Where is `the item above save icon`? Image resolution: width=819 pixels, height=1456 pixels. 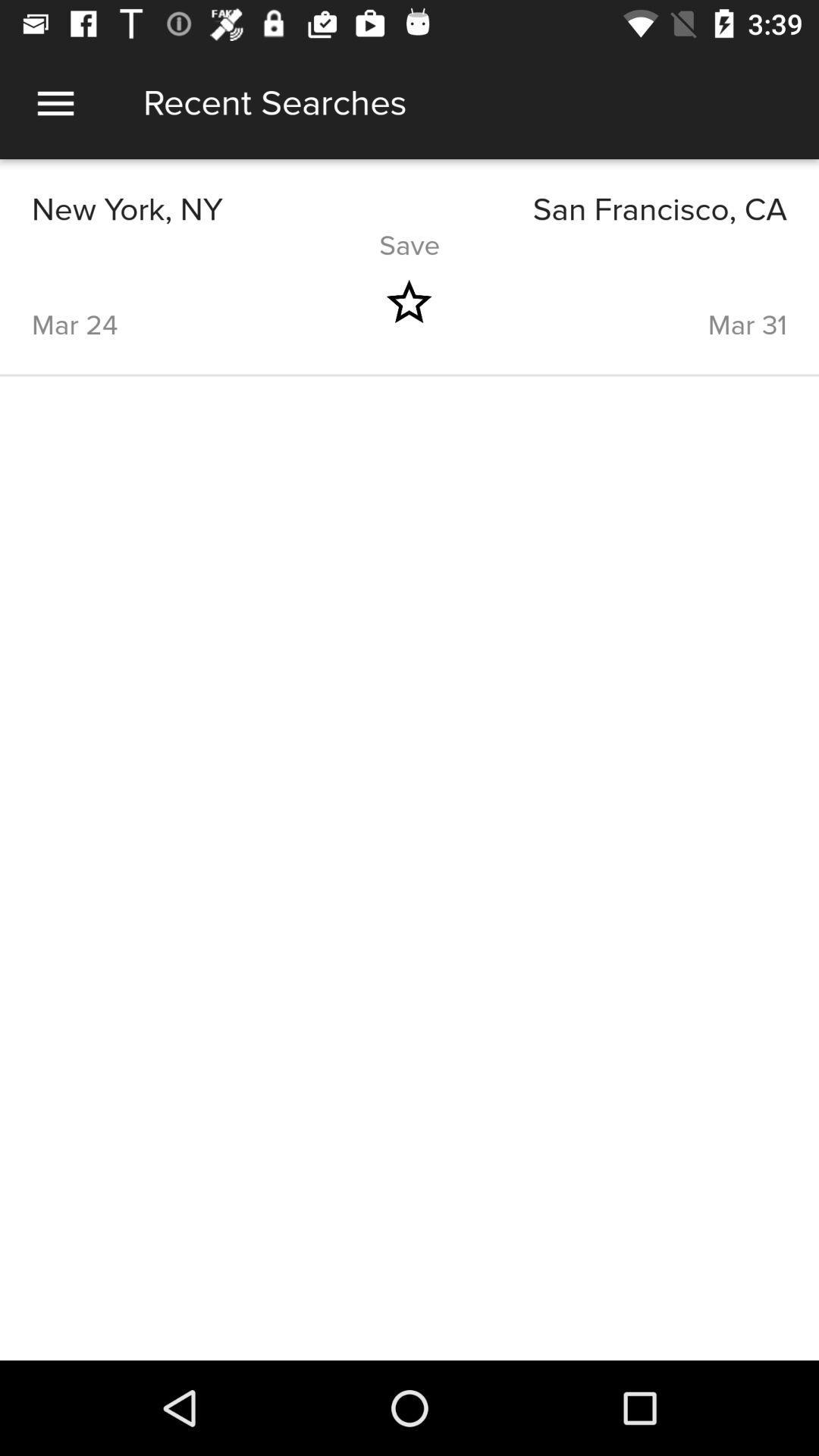 the item above save icon is located at coordinates (598, 209).